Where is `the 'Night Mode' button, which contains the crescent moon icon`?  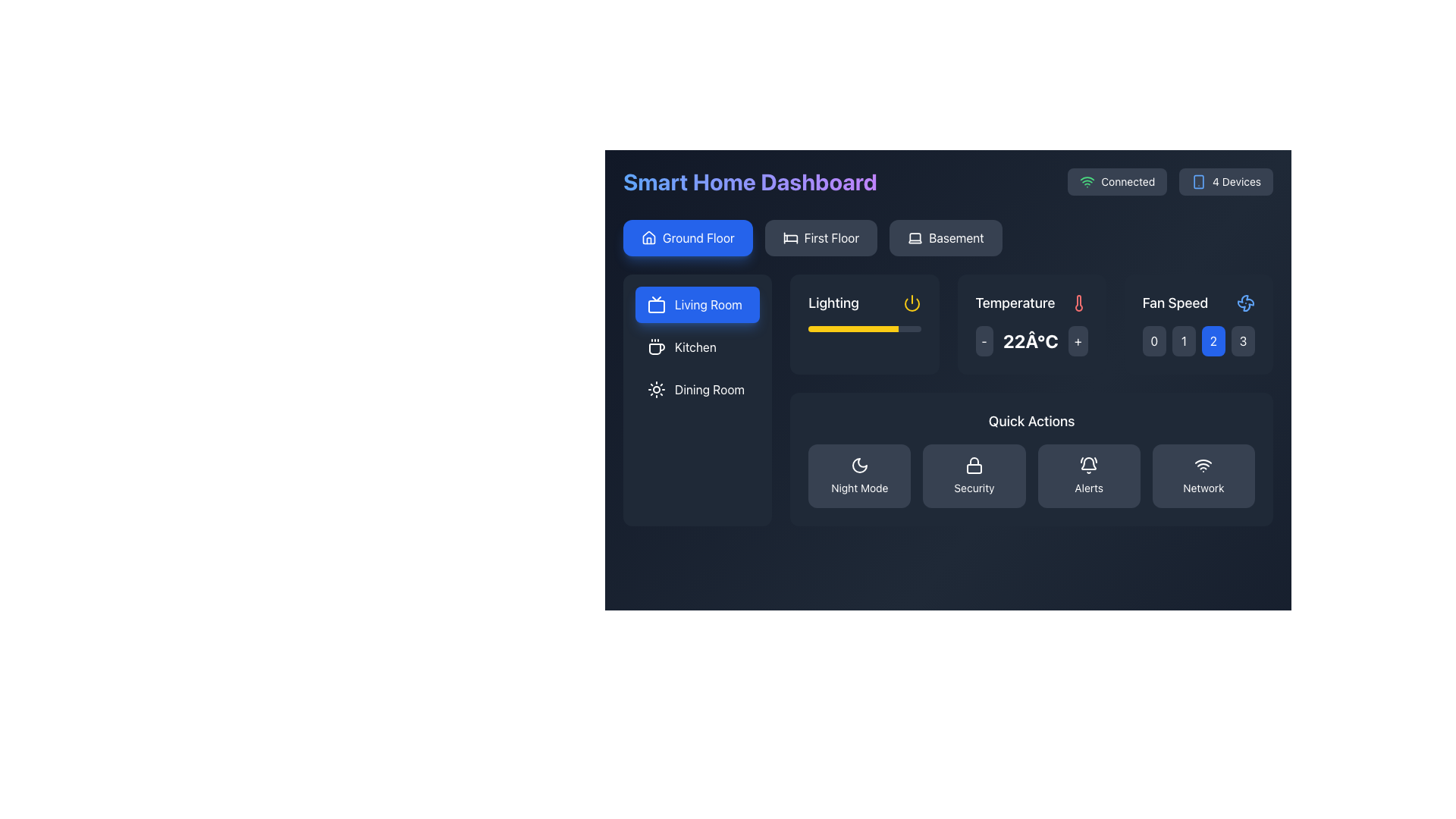
the 'Night Mode' button, which contains the crescent moon icon is located at coordinates (859, 464).